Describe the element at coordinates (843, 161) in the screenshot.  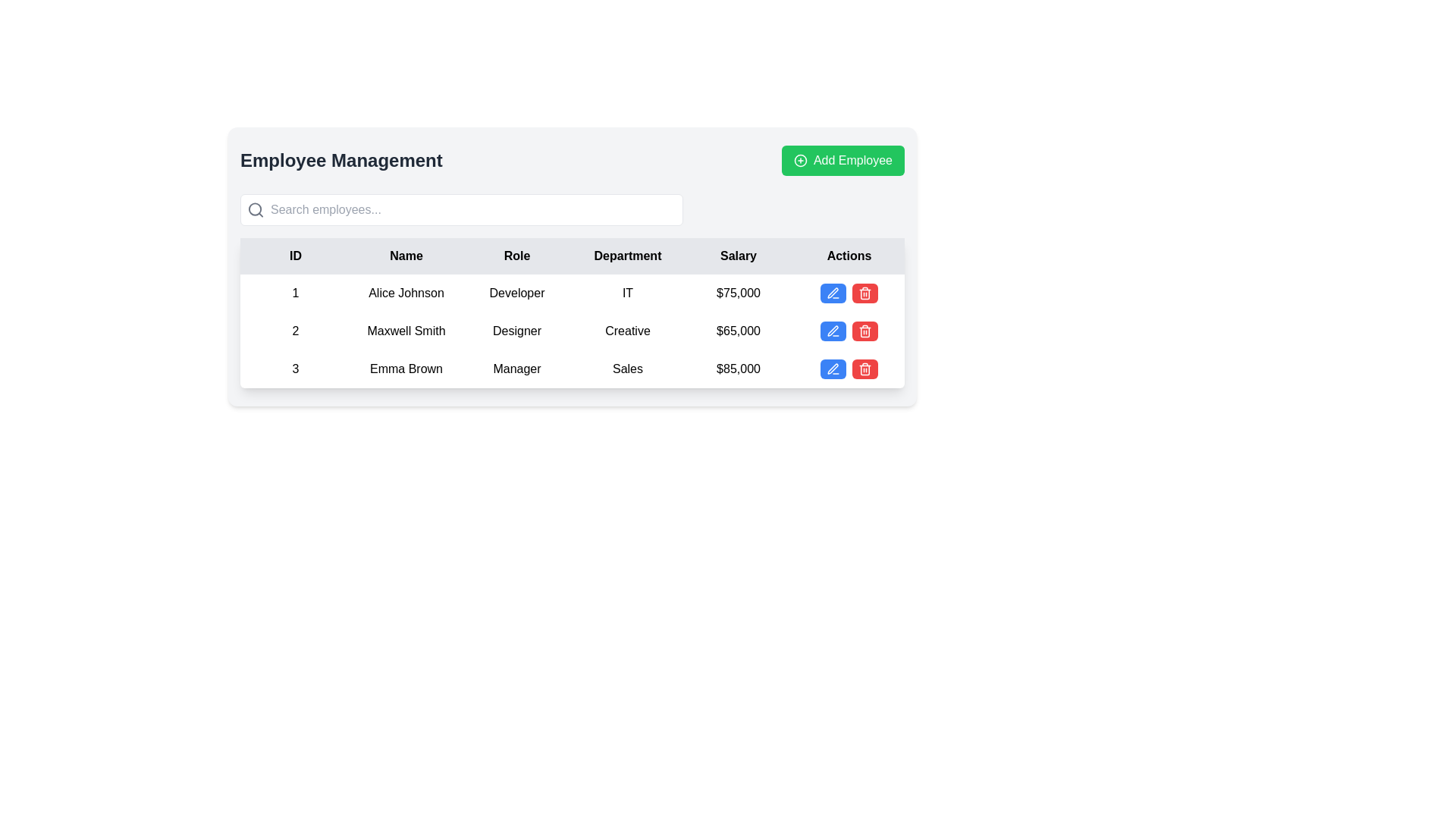
I see `the button located in the top-right corner of the 'Employee Management' section` at that location.